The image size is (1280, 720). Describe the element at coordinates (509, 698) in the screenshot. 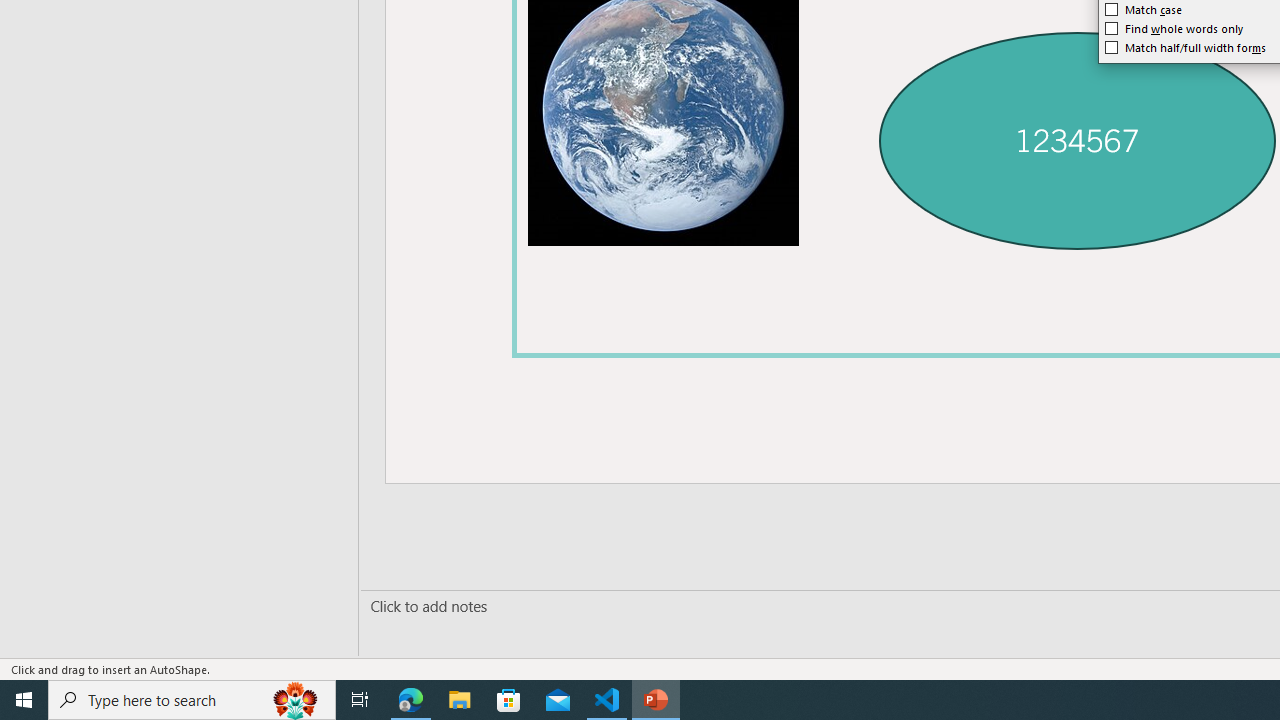

I see `'Microsoft Store'` at that location.